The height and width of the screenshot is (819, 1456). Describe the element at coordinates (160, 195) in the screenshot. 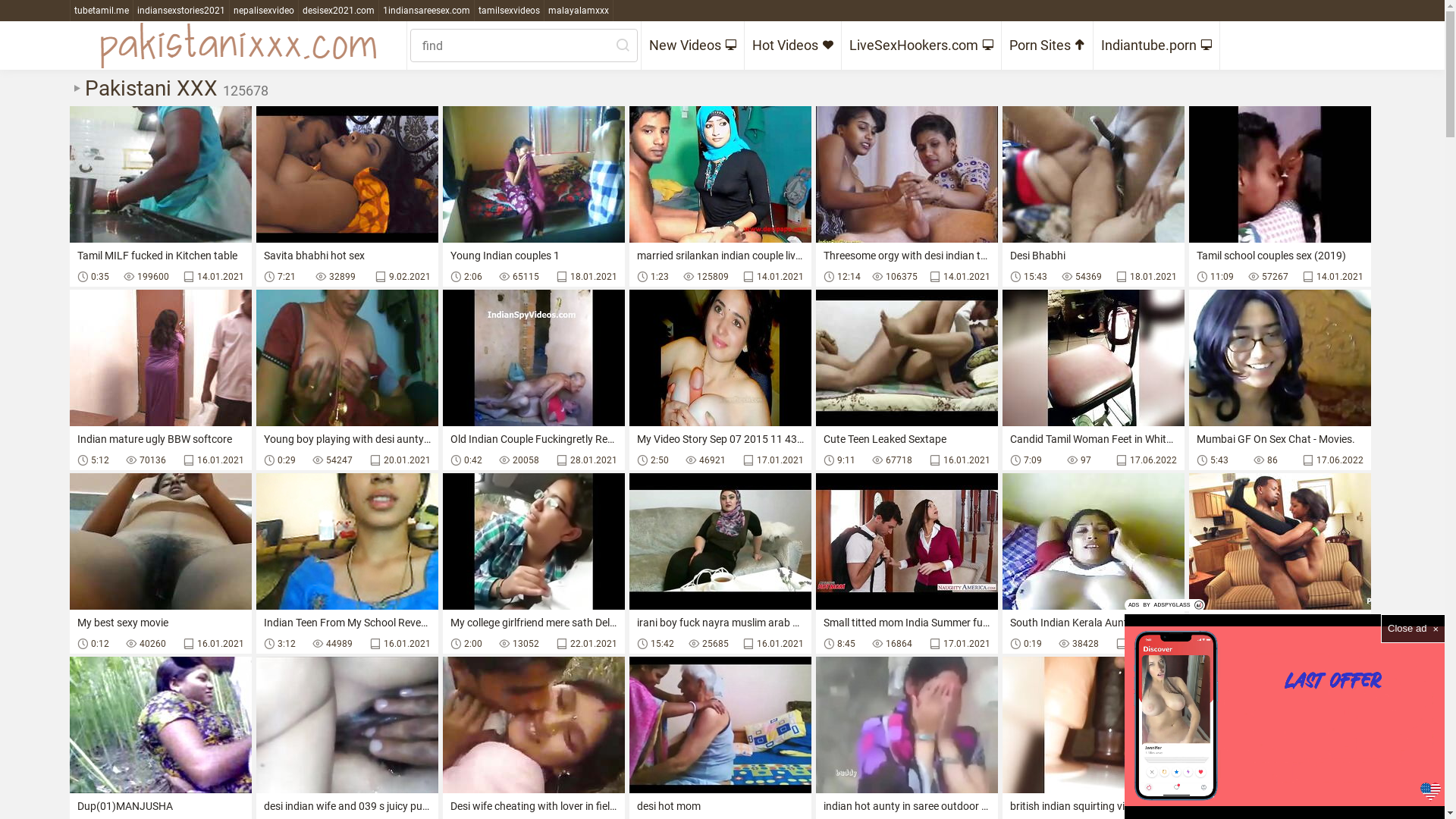

I see `'Tamil MILF fucked in Kitchen table` at that location.